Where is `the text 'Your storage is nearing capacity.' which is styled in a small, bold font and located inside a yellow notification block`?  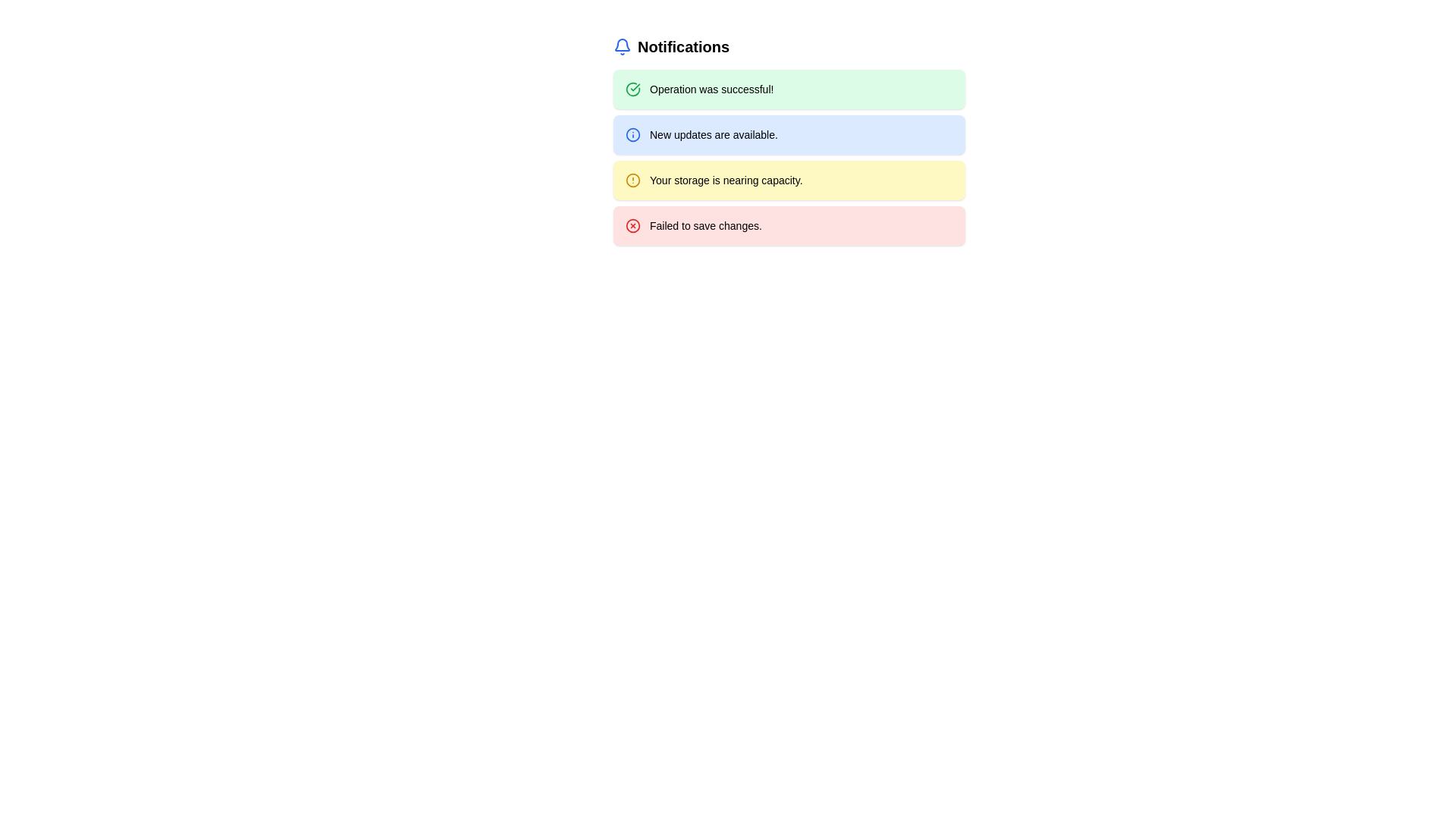
the text 'Your storage is nearing capacity.' which is styled in a small, bold font and located inside a yellow notification block is located at coordinates (725, 180).